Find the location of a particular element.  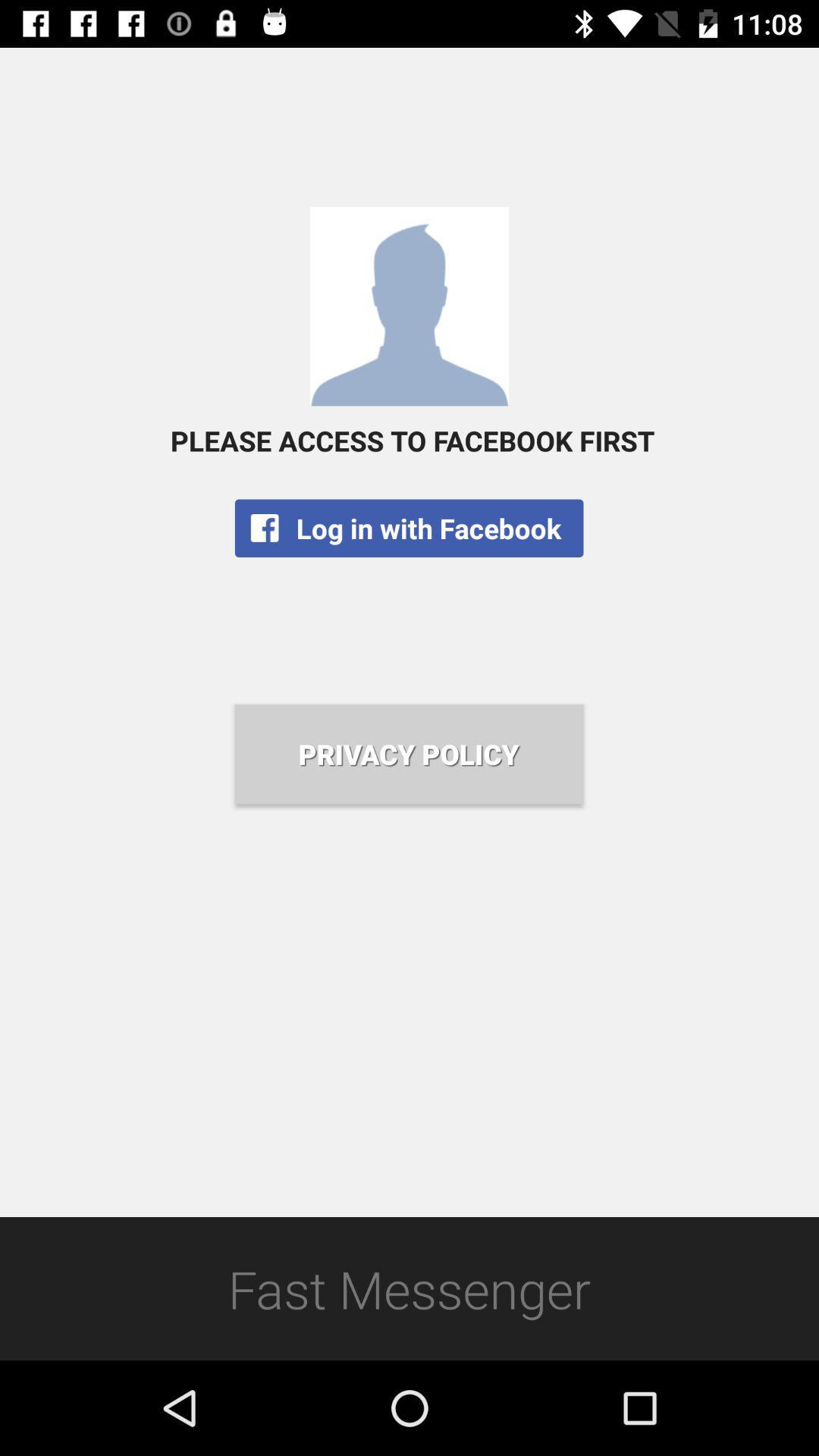

privacy policy item is located at coordinates (408, 754).